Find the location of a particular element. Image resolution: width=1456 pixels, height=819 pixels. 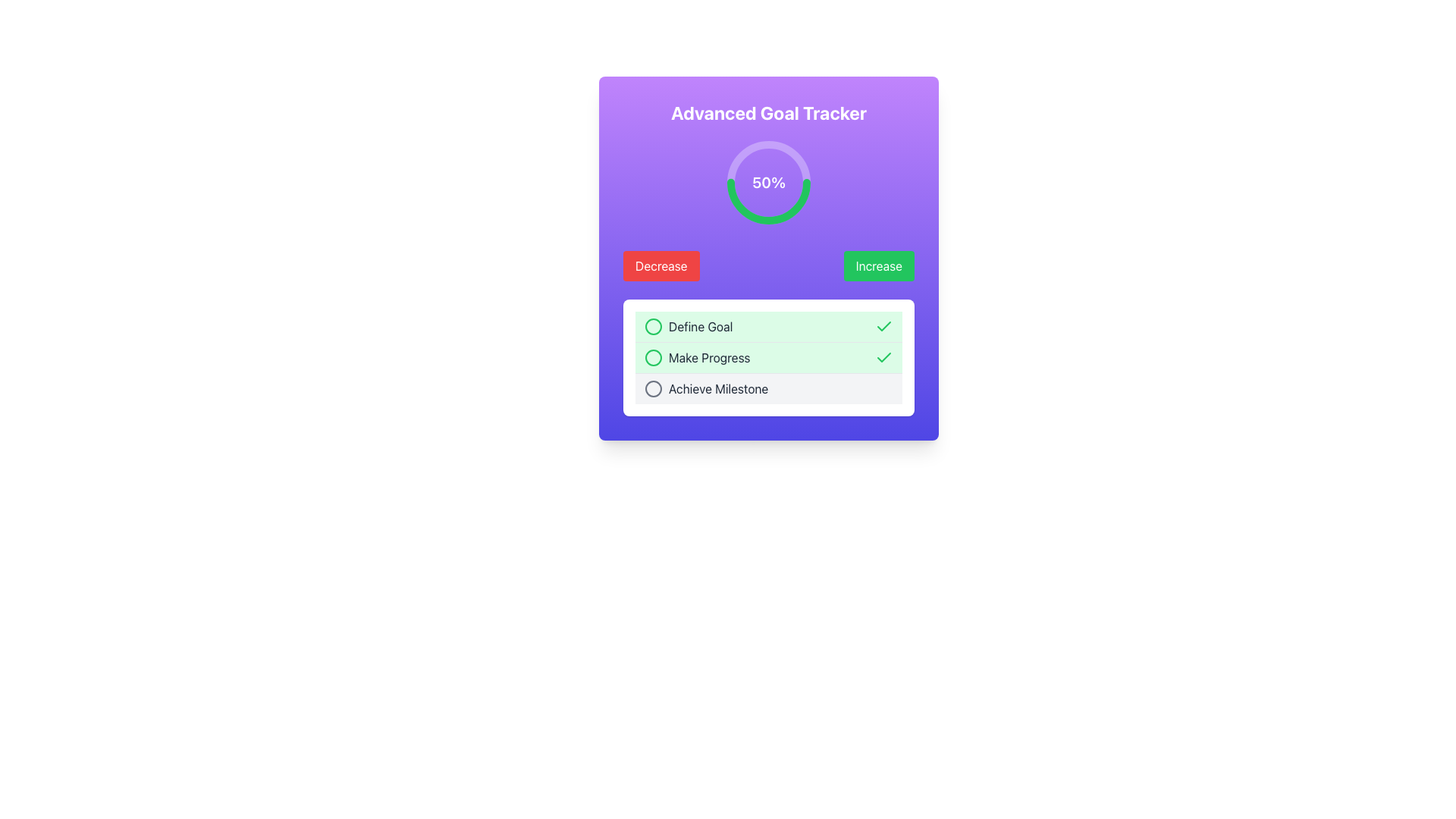

the green checkmark icon indicating completion, located to the far-right of the 'Make Progress' text, to check its state is located at coordinates (884, 357).